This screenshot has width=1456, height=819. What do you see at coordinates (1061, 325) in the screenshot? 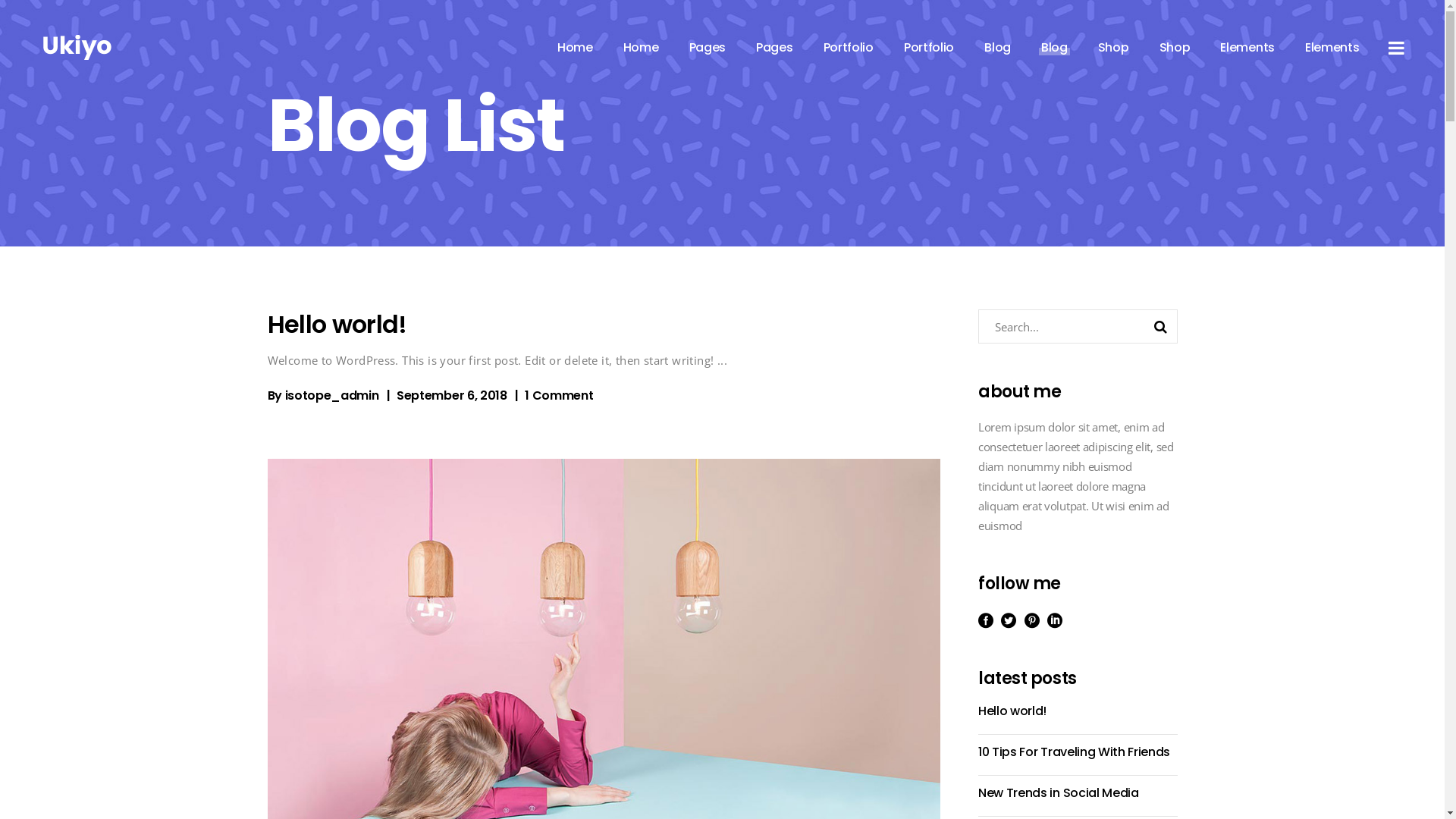
I see `'Search for:'` at bounding box center [1061, 325].